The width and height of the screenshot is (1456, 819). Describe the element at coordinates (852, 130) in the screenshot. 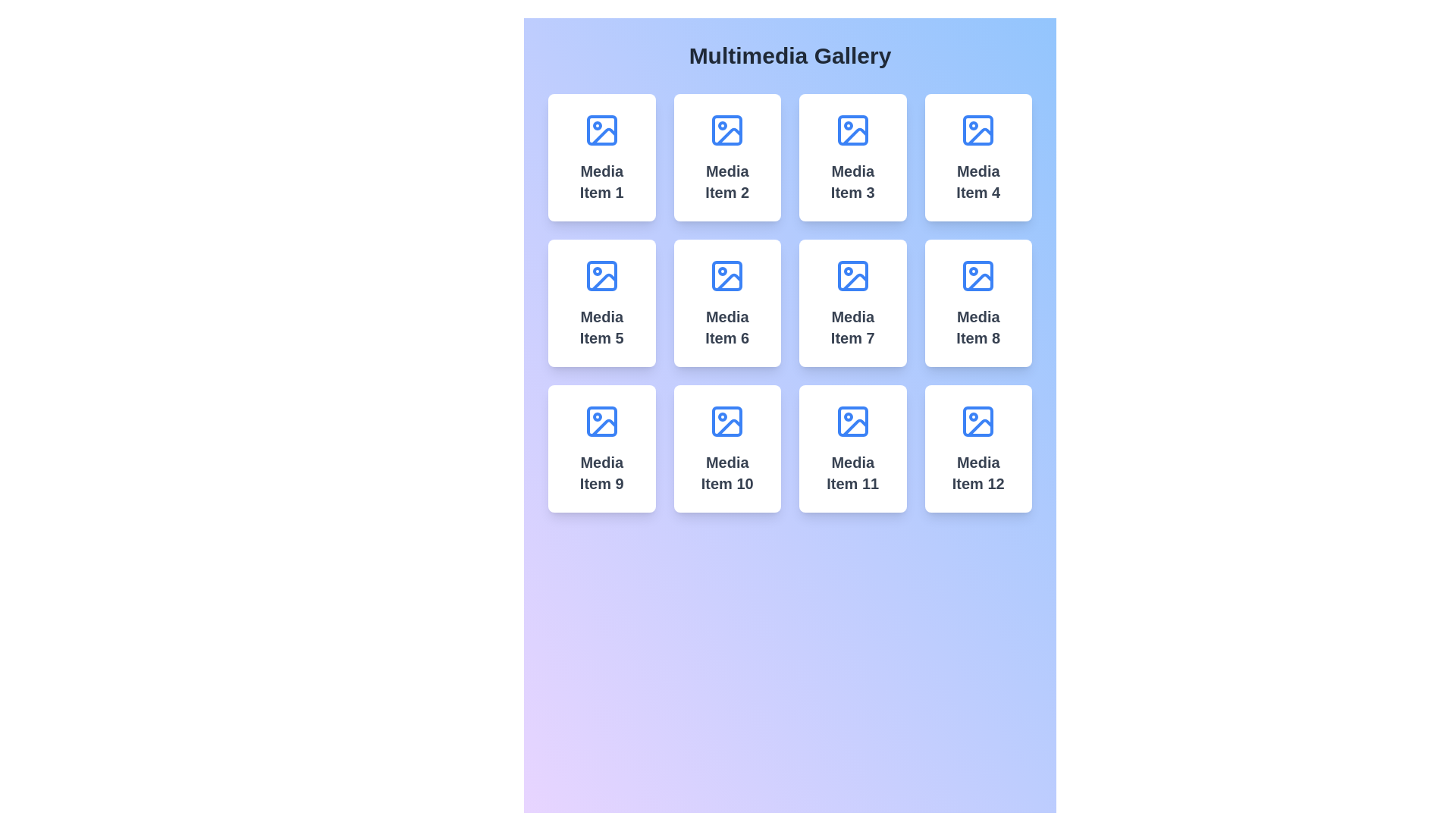

I see `the decorative SVG rectangle representing an image placeholder located` at that location.